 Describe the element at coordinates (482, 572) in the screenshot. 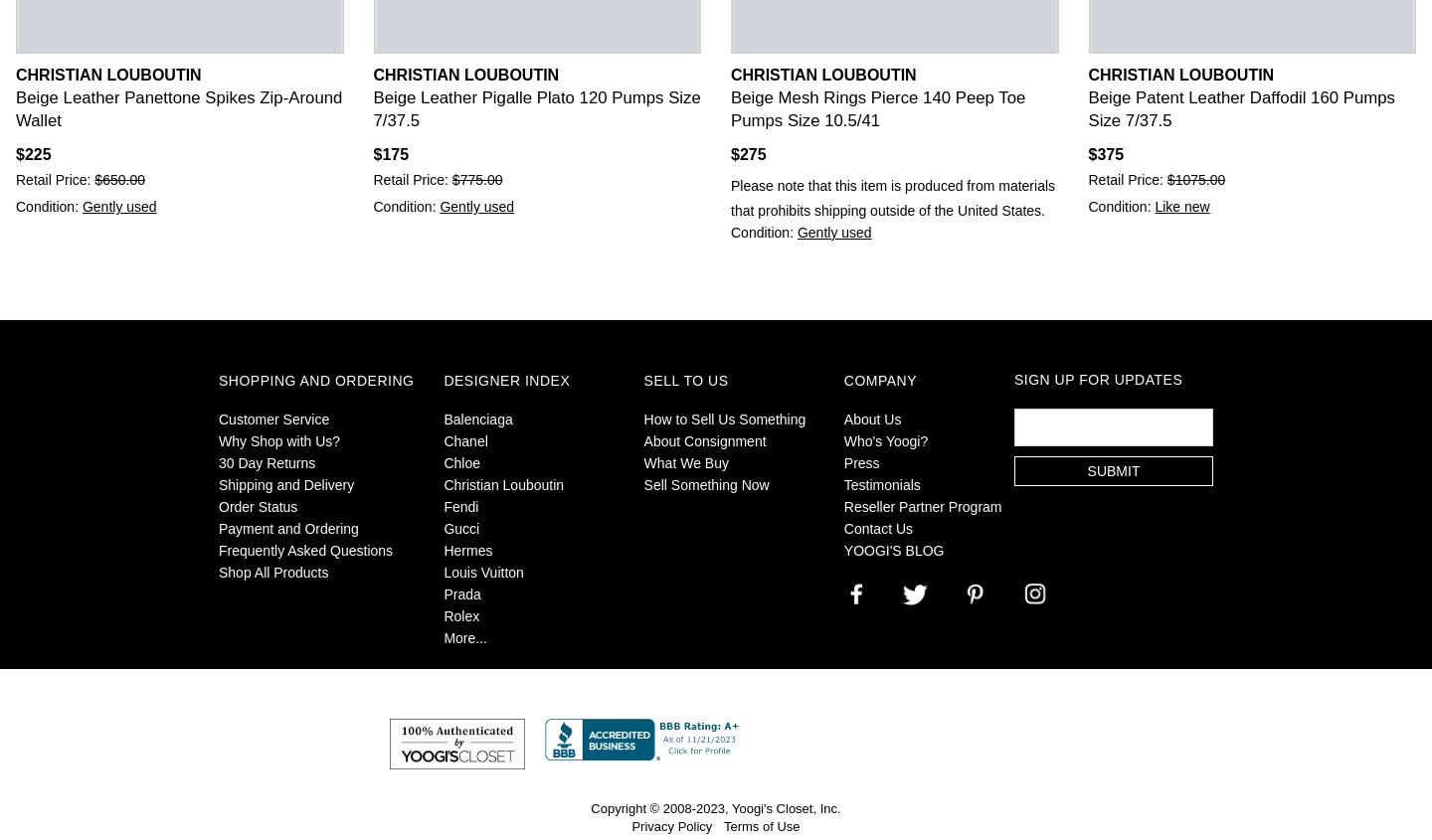

I see `'Louis Vuitton'` at that location.